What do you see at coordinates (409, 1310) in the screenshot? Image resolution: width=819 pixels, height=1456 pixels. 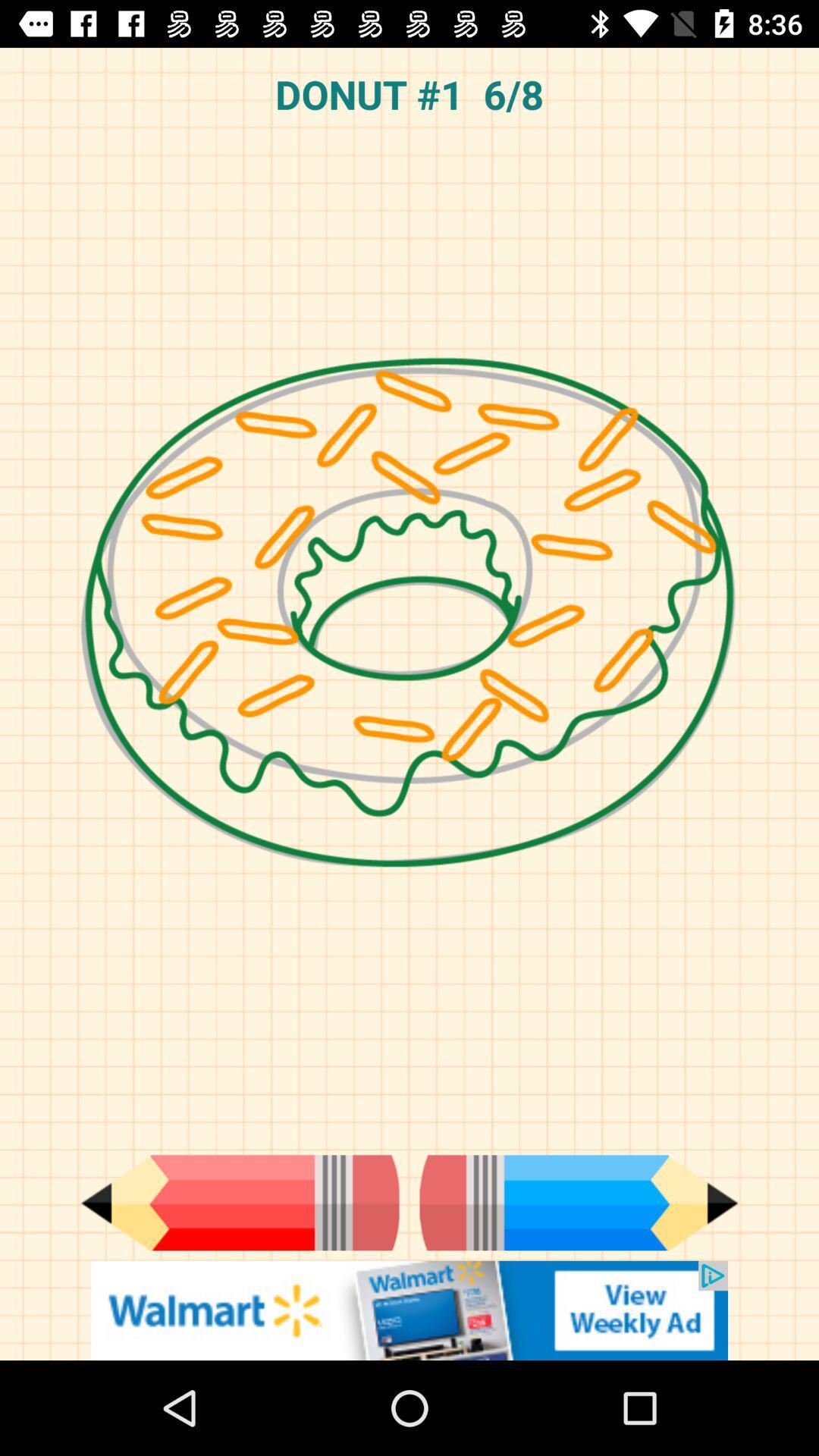 I see `open advertisement` at bounding box center [409, 1310].